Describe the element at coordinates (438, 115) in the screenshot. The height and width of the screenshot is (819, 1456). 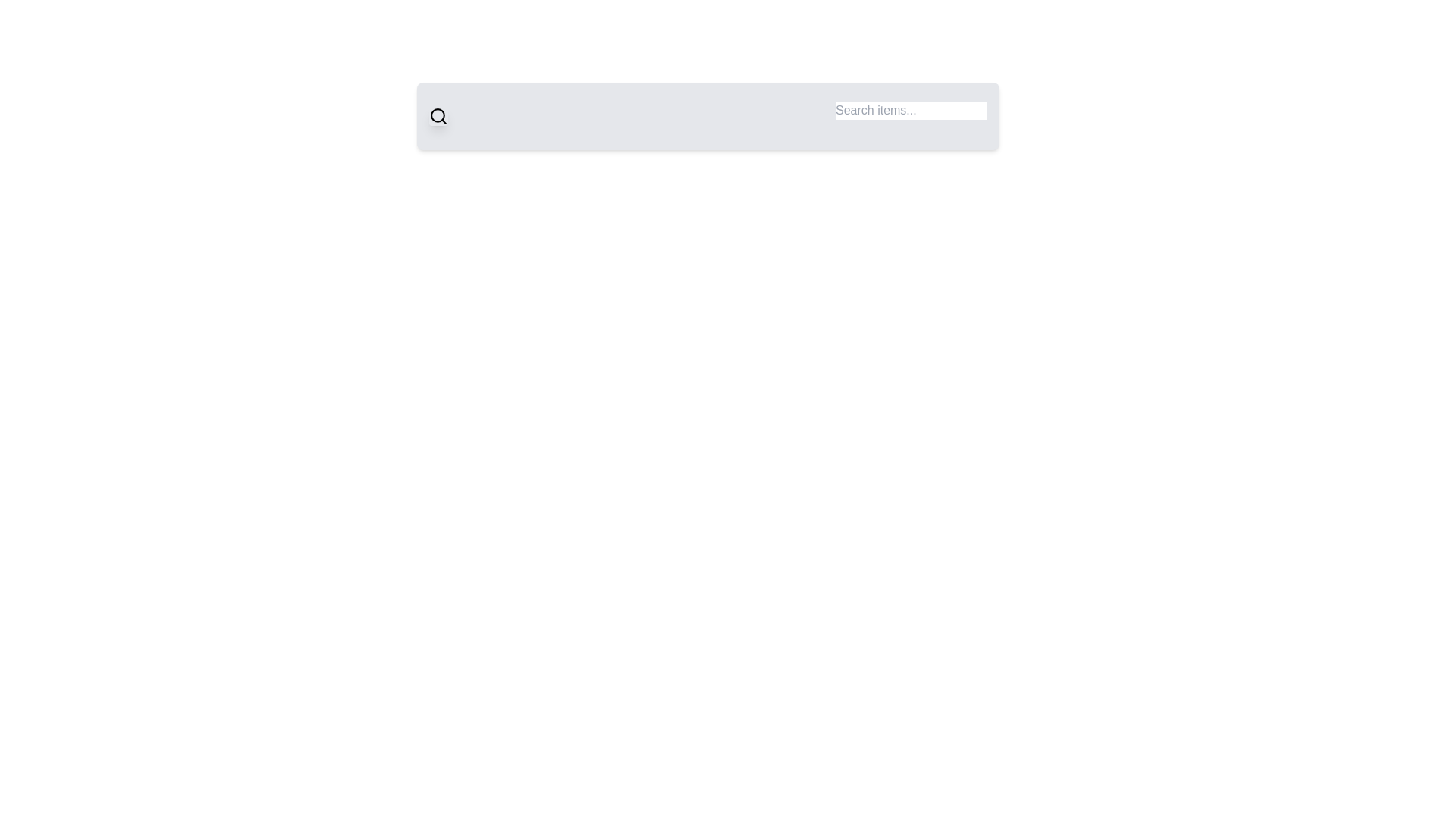
I see `the search icon located at the center of the component` at that location.